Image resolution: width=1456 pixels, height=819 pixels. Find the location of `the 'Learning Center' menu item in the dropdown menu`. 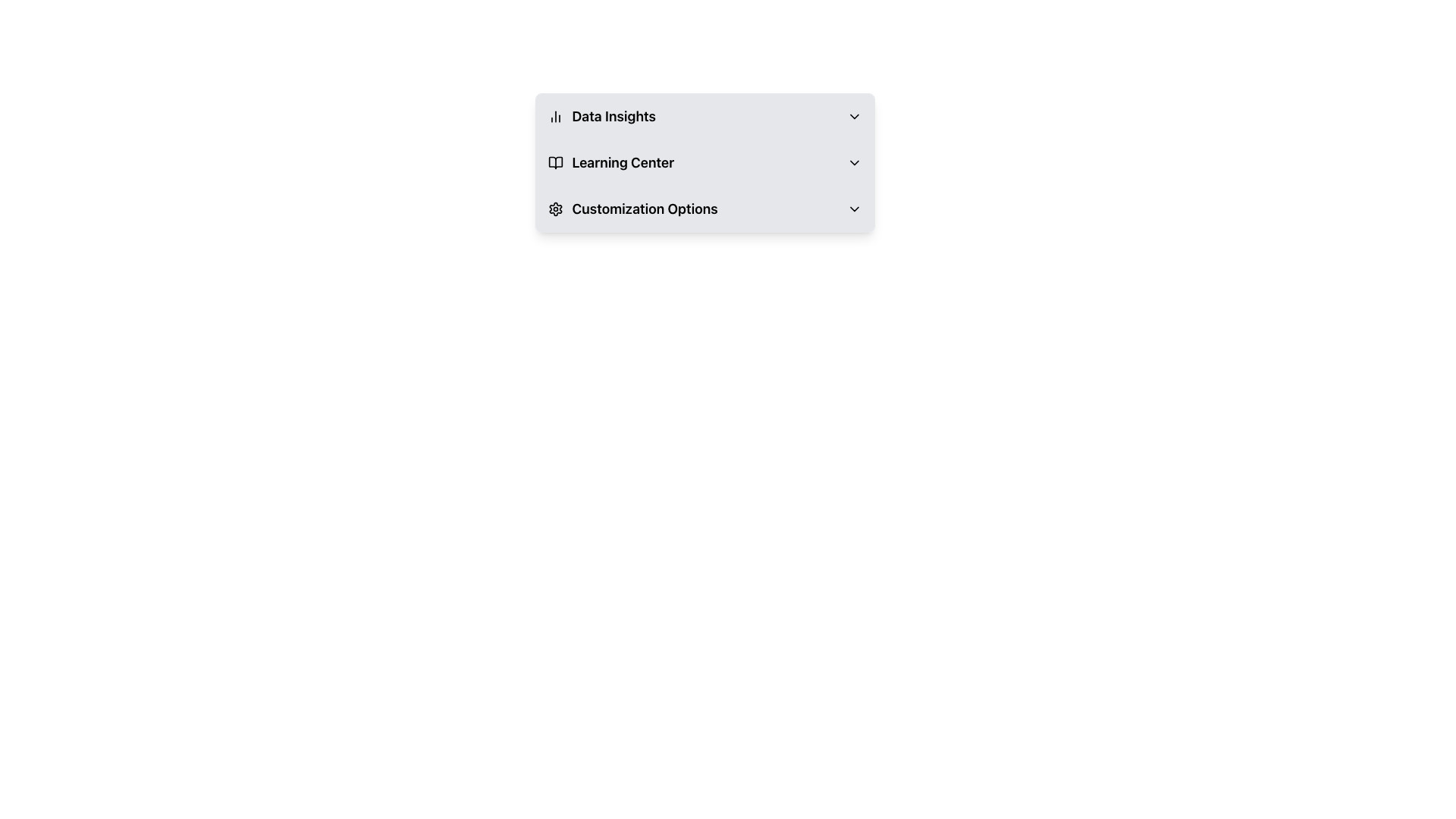

the 'Learning Center' menu item in the dropdown menu is located at coordinates (704, 163).